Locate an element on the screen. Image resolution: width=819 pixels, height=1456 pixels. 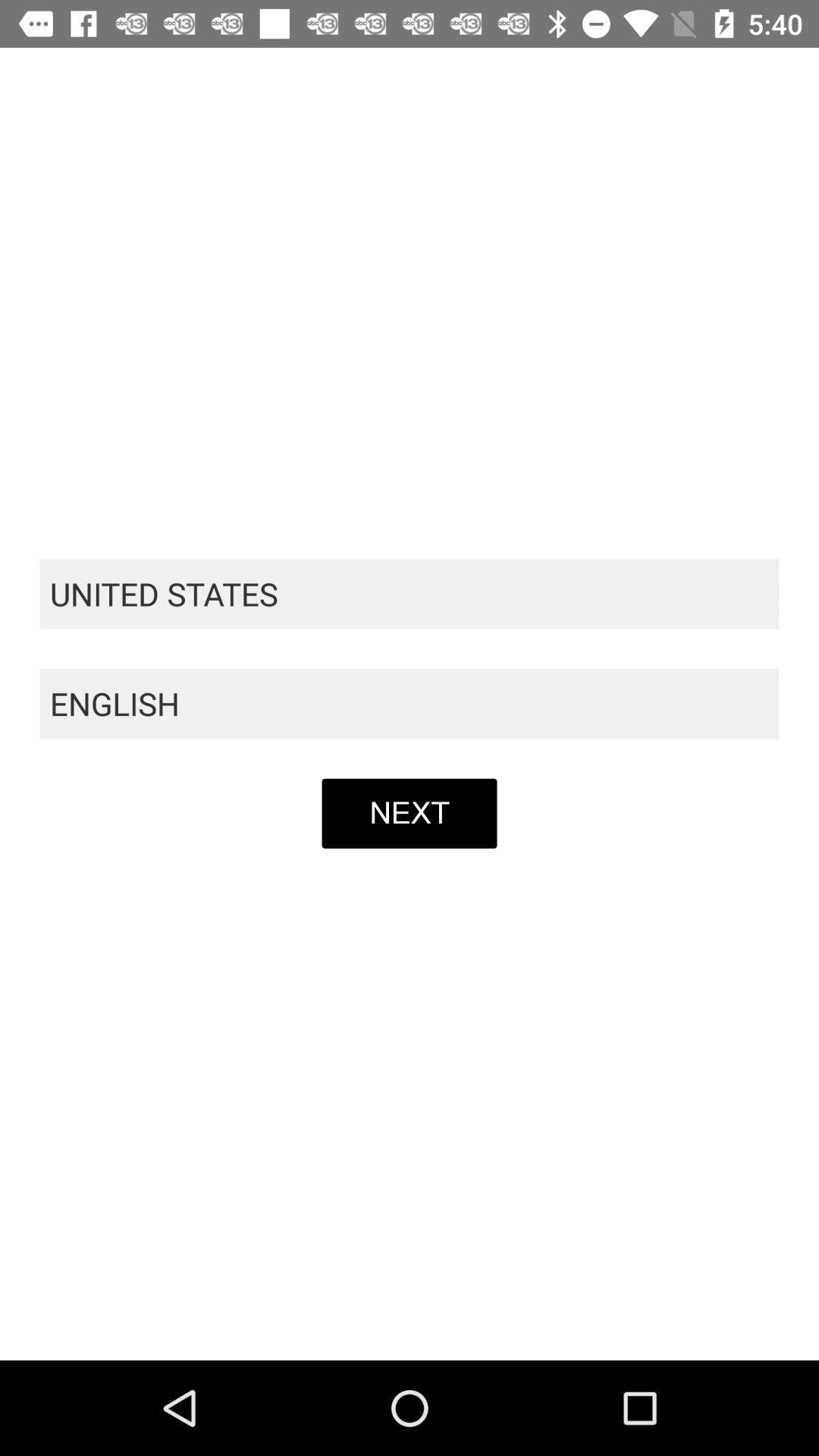
next icon is located at coordinates (409, 812).